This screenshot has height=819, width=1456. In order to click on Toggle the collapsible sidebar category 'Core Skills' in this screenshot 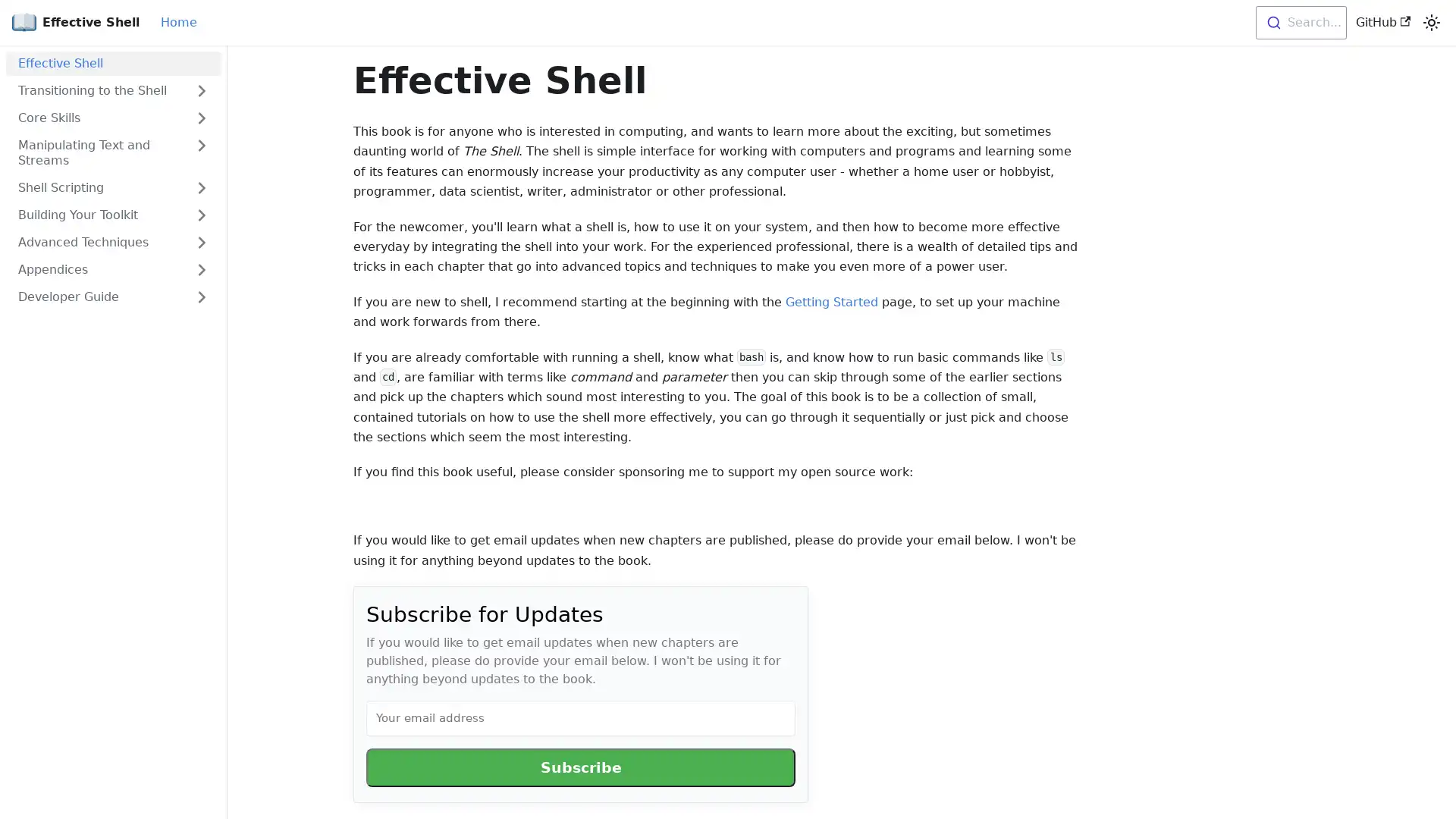, I will do `click(200, 117)`.